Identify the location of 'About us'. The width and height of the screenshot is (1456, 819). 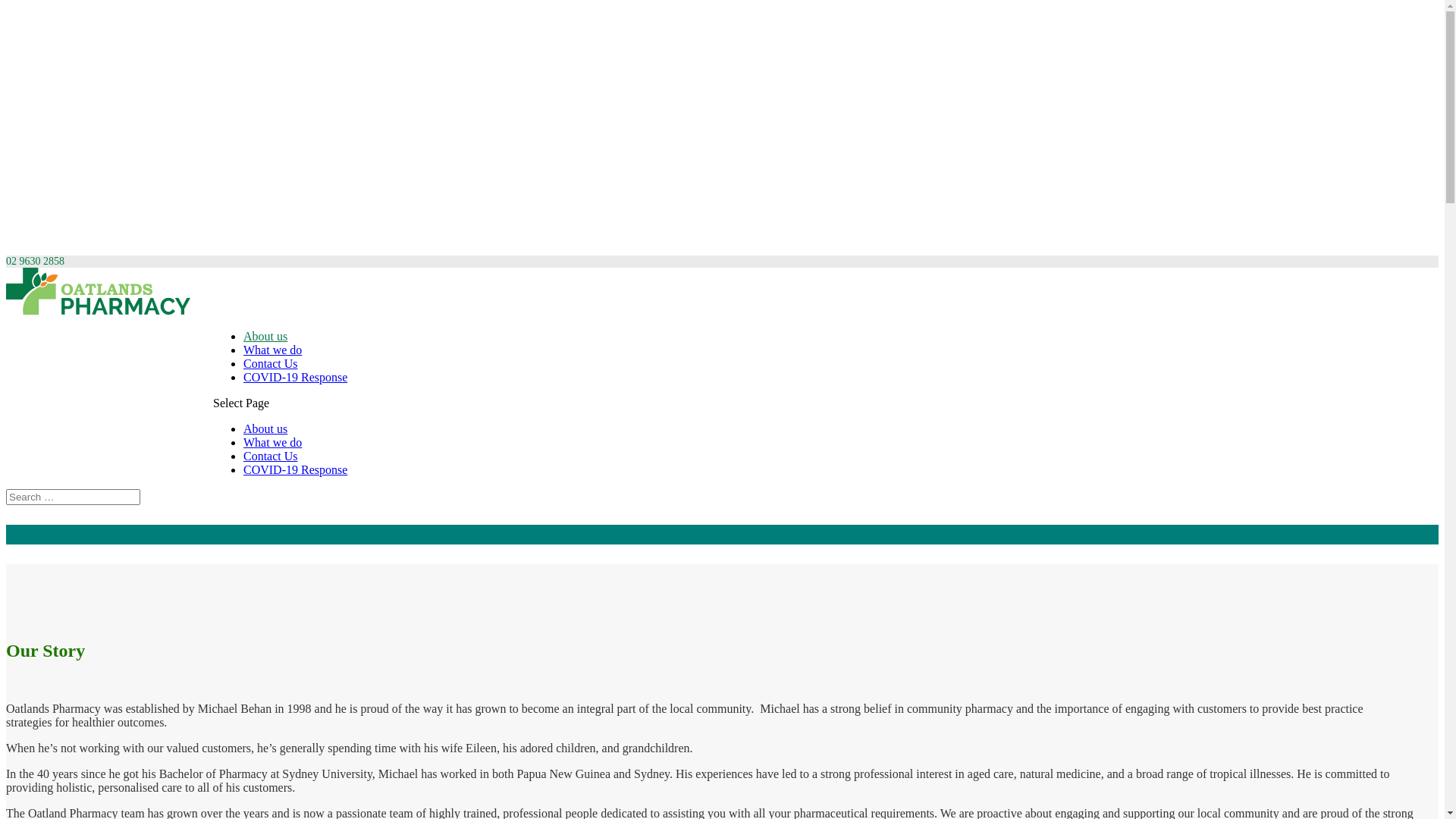
(265, 335).